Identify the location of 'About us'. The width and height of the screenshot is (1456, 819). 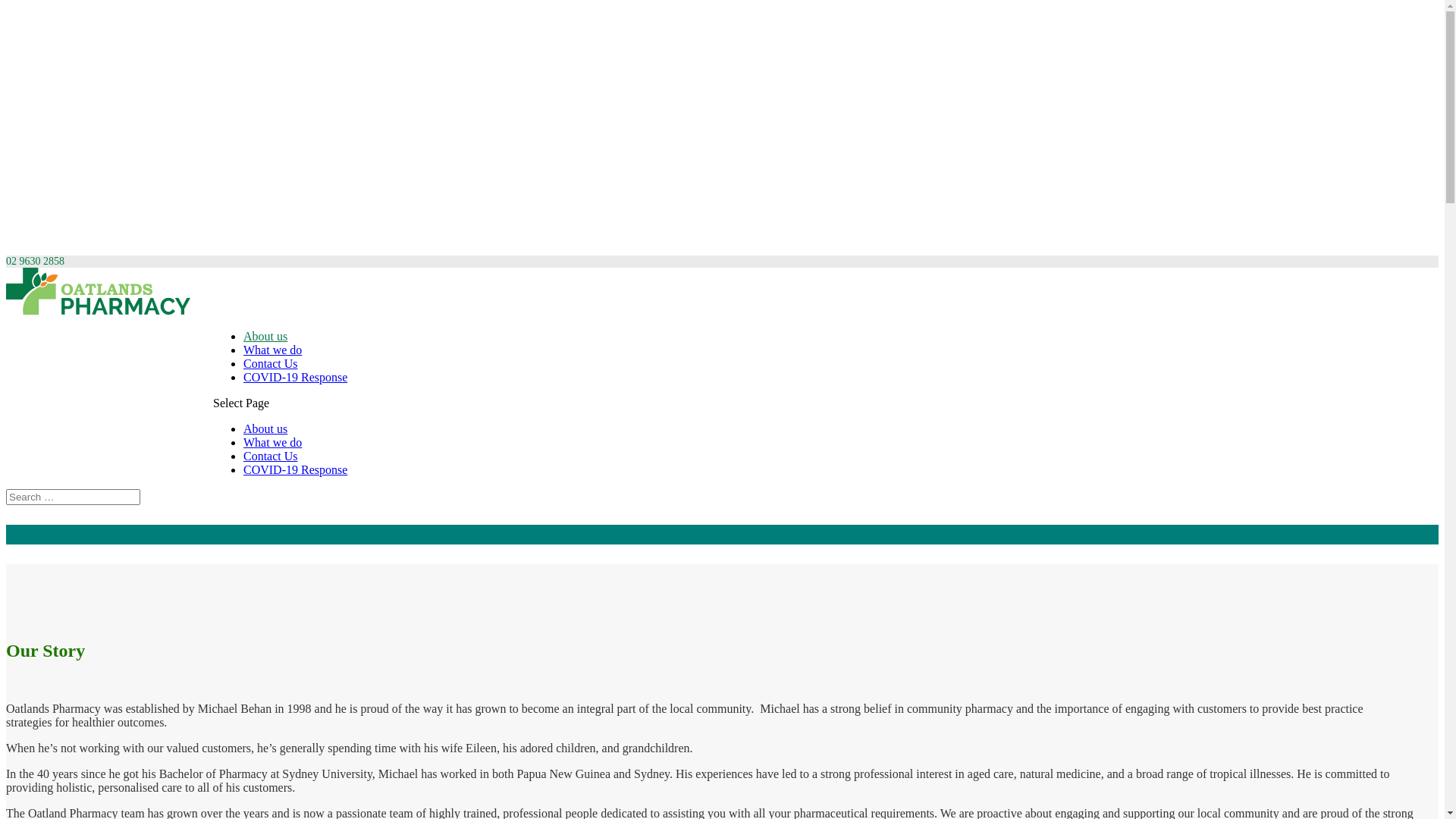
(265, 335).